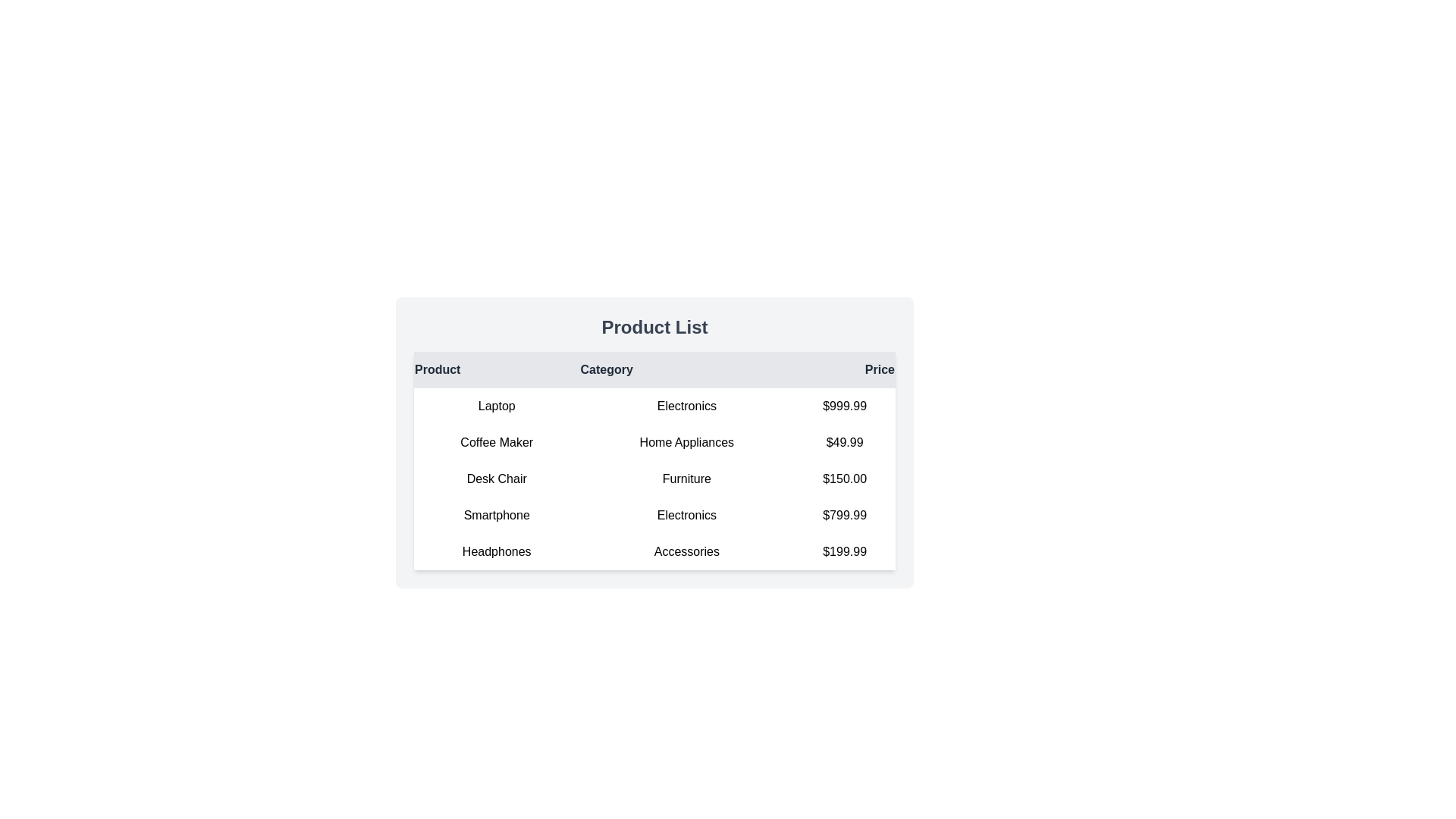 The height and width of the screenshot is (819, 1456). Describe the element at coordinates (844, 552) in the screenshot. I see `the static text element displaying the price of the 'Headphones' product in the last column of the 'Product List' table` at that location.